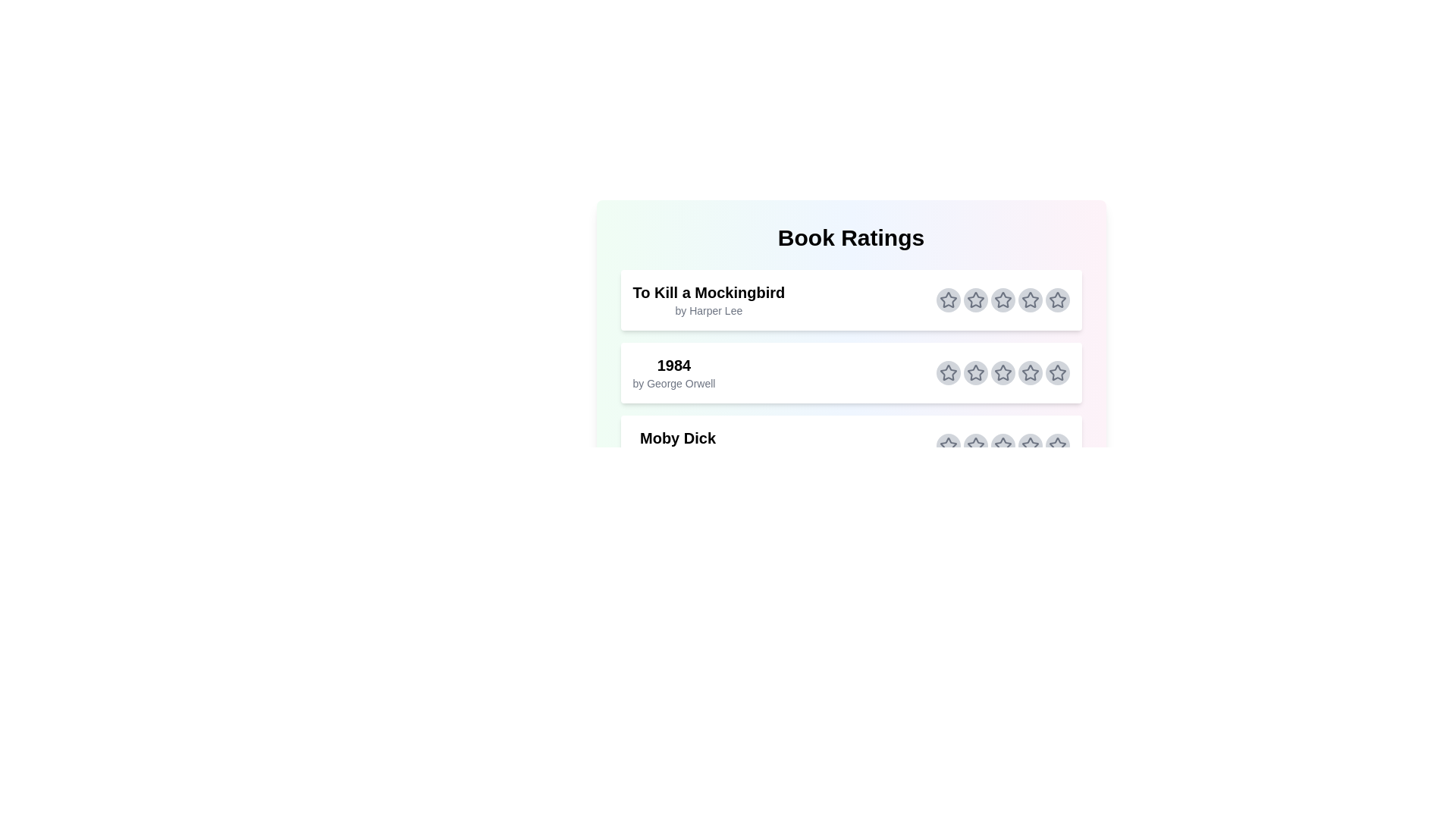 This screenshot has width=1456, height=819. Describe the element at coordinates (1003, 444) in the screenshot. I see `the star corresponding to 3 stars for the book titled Moby Dick` at that location.